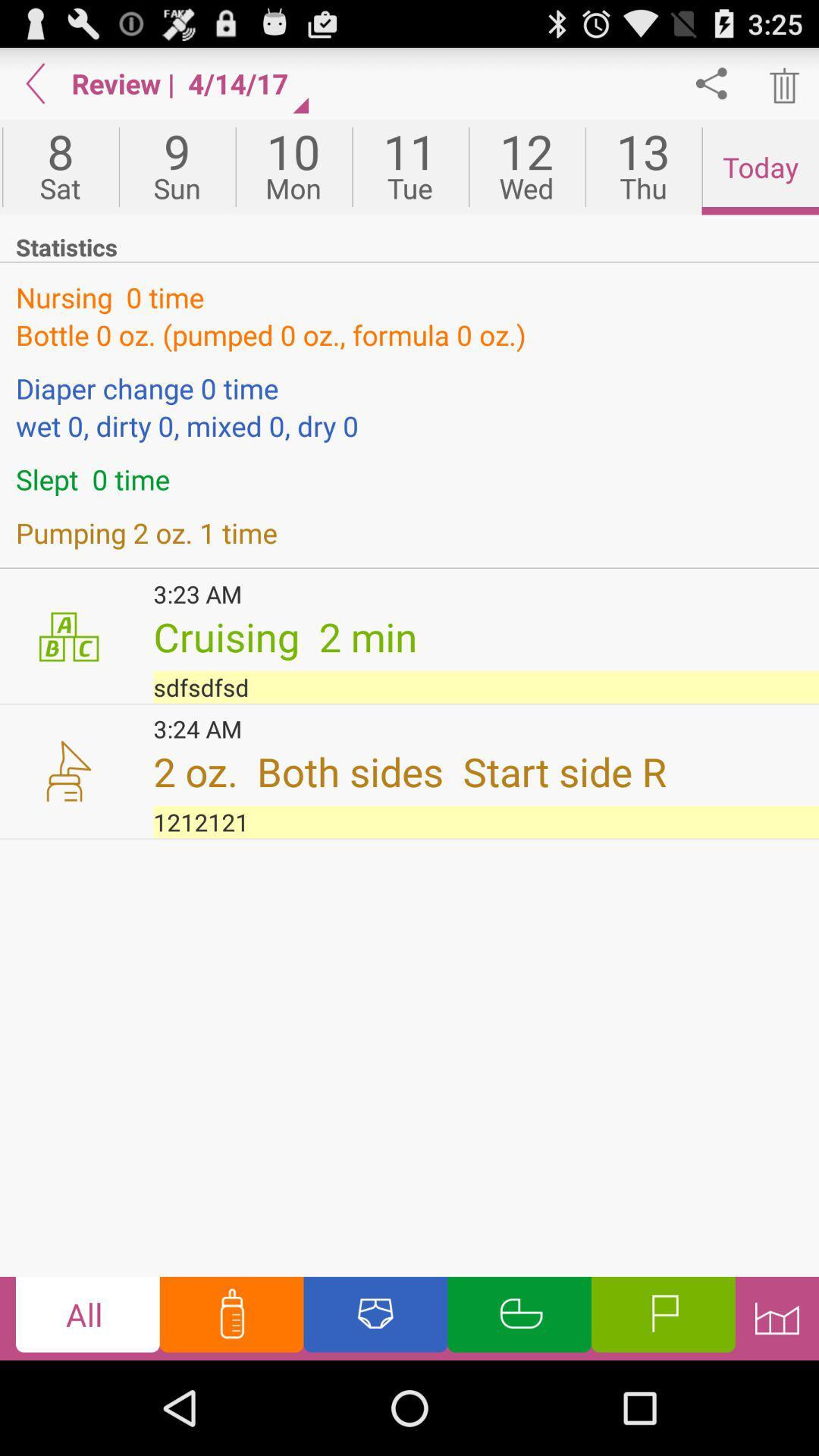 The height and width of the screenshot is (1456, 819). What do you see at coordinates (231, 1317) in the screenshot?
I see `feeding` at bounding box center [231, 1317].